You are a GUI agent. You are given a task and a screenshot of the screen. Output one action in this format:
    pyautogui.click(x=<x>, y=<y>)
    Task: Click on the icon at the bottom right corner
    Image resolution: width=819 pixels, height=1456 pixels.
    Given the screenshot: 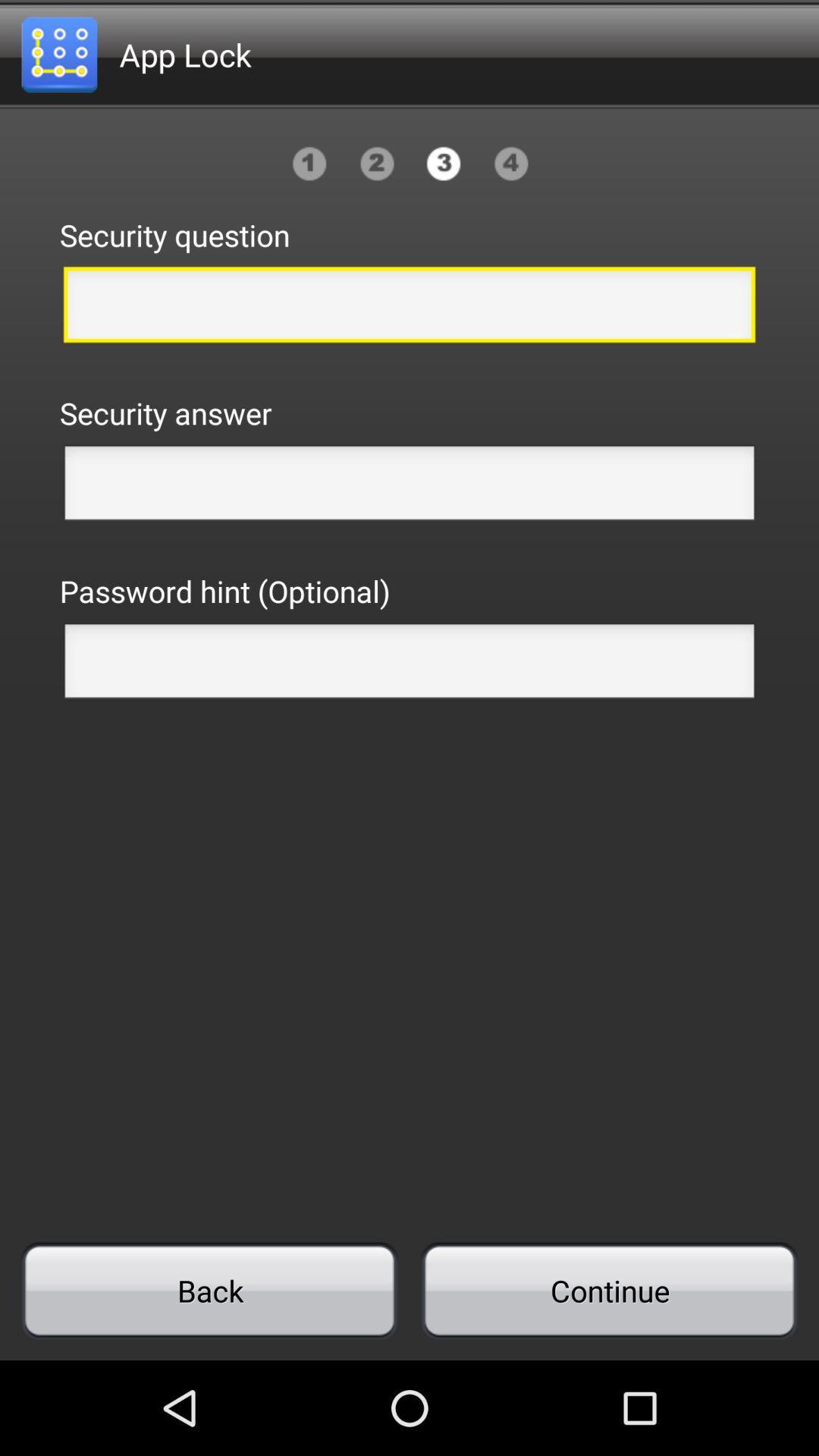 What is the action you would take?
    pyautogui.click(x=608, y=1290)
    